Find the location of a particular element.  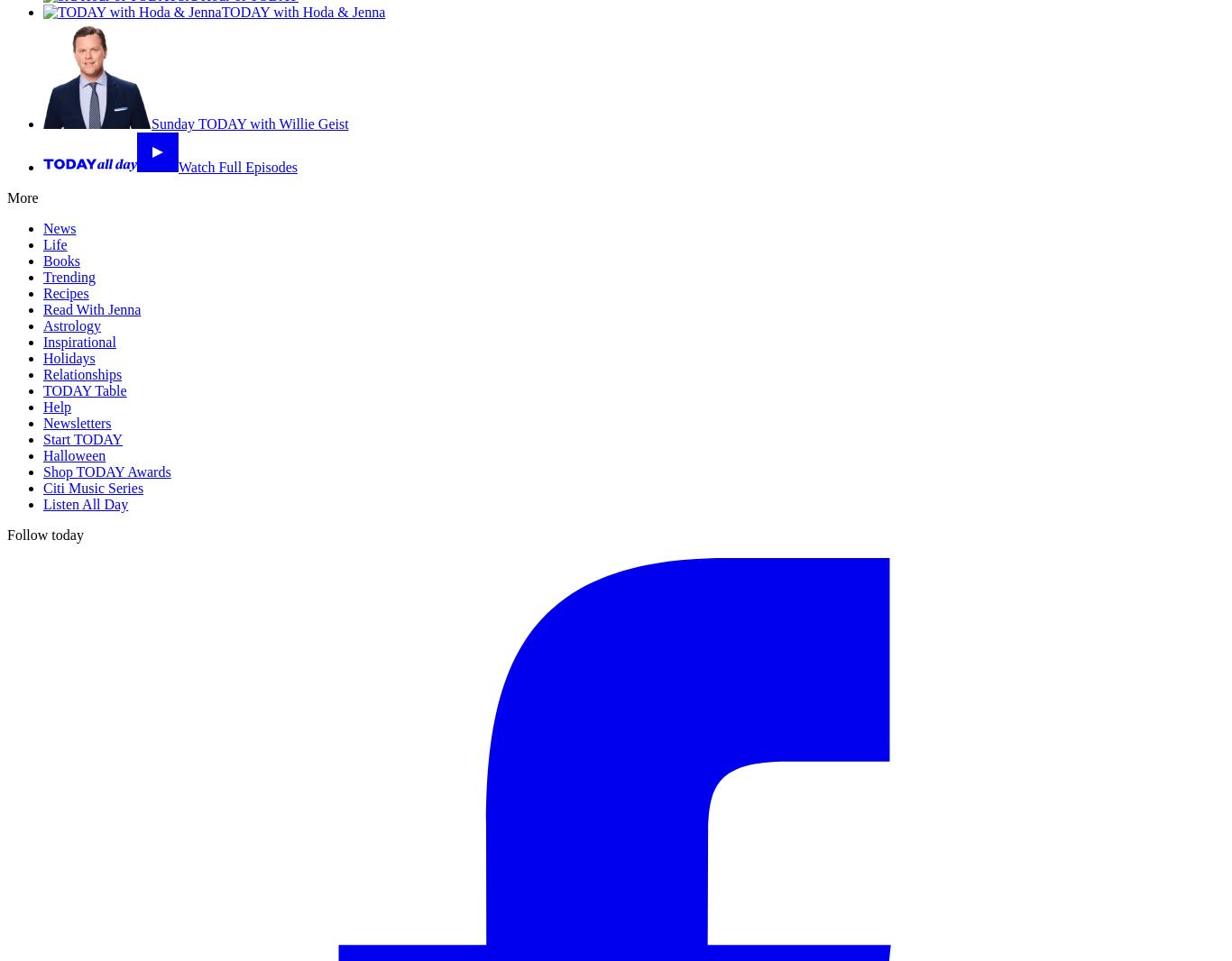

'Start TODAY' is located at coordinates (42, 439).